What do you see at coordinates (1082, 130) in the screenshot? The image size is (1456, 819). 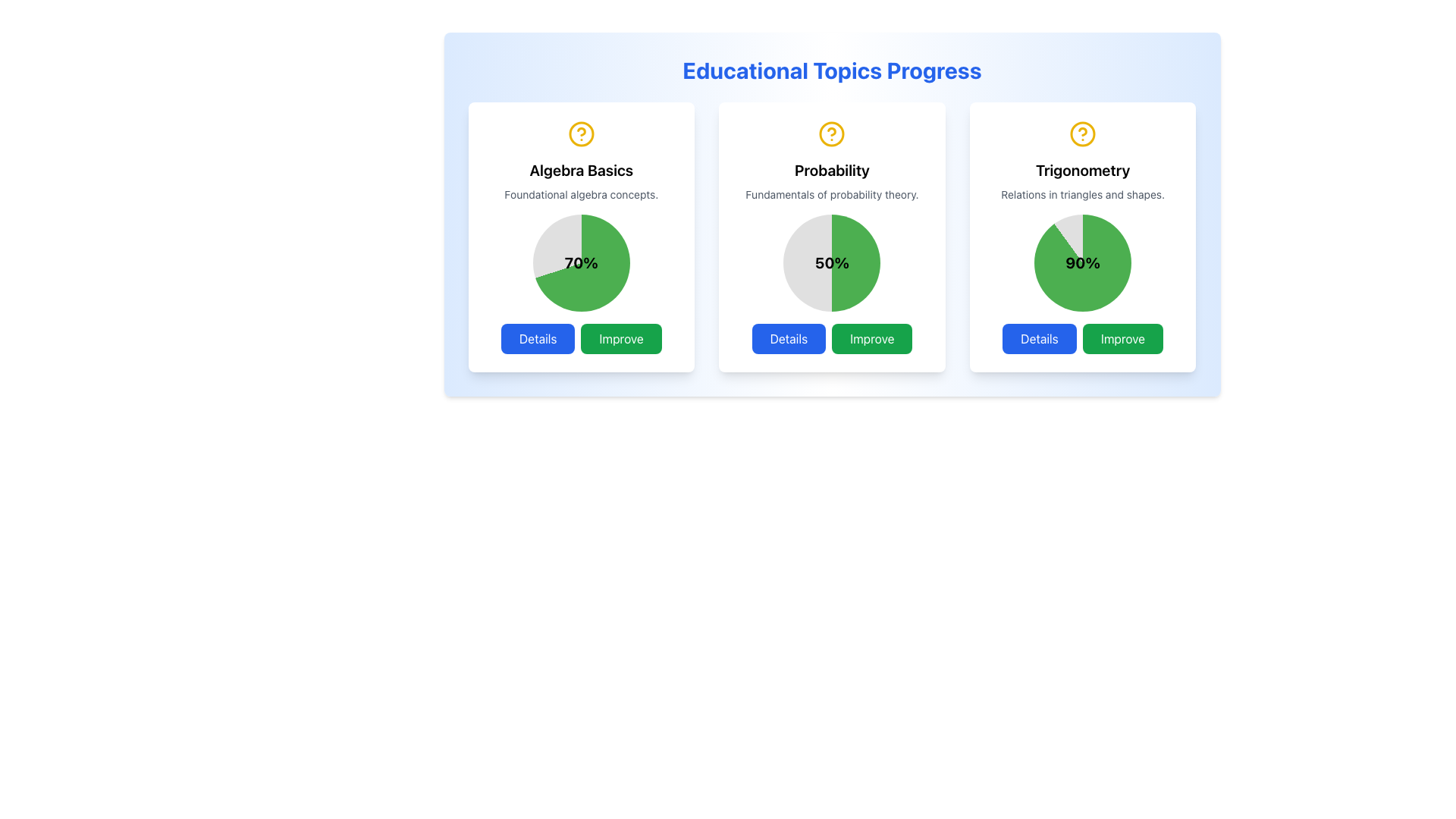 I see `the question mark icon within the yellow circular icon located above the 'Probability' card` at bounding box center [1082, 130].